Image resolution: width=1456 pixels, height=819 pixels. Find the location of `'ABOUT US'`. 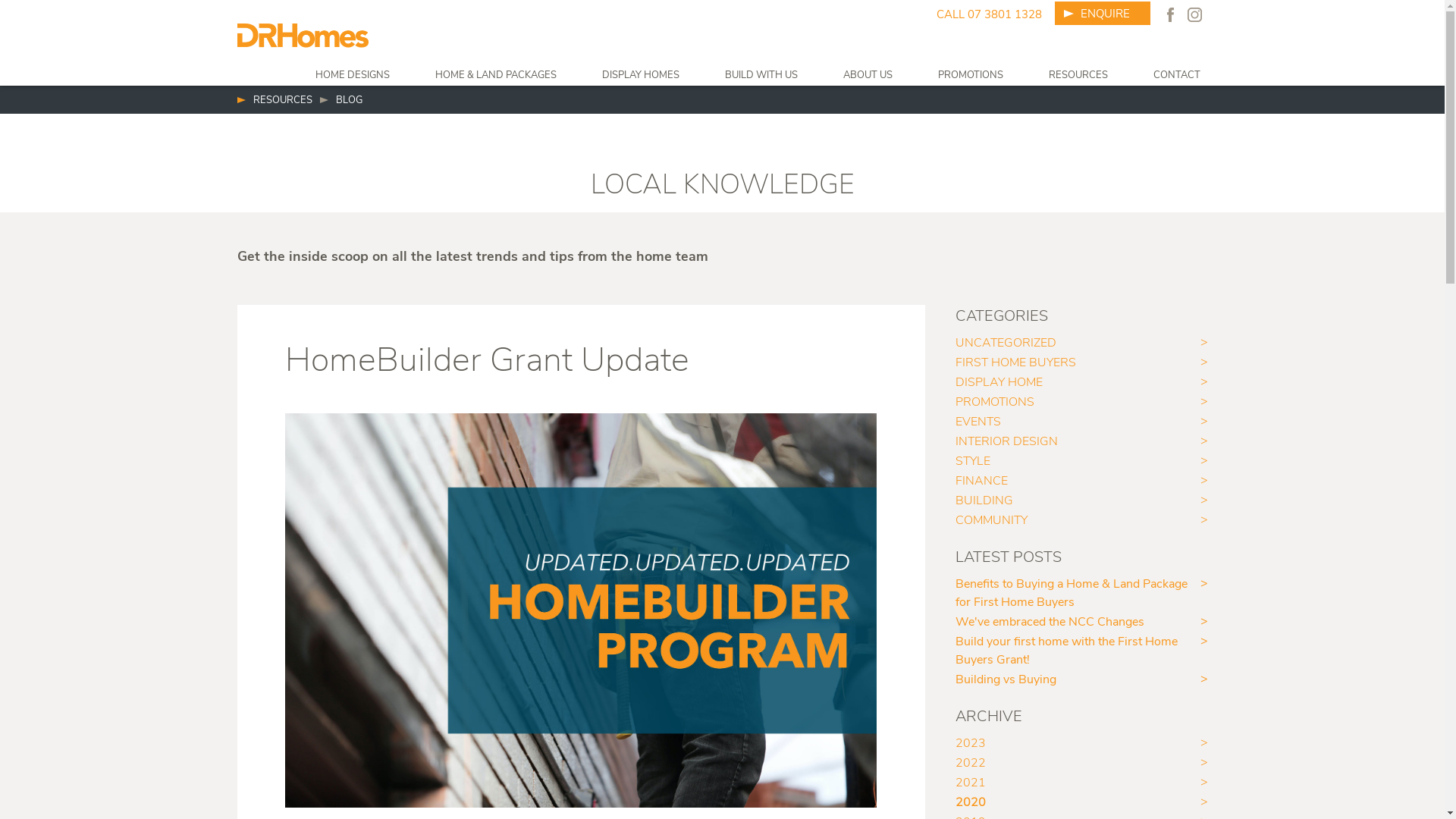

'ABOUT US' is located at coordinates (835, 76).